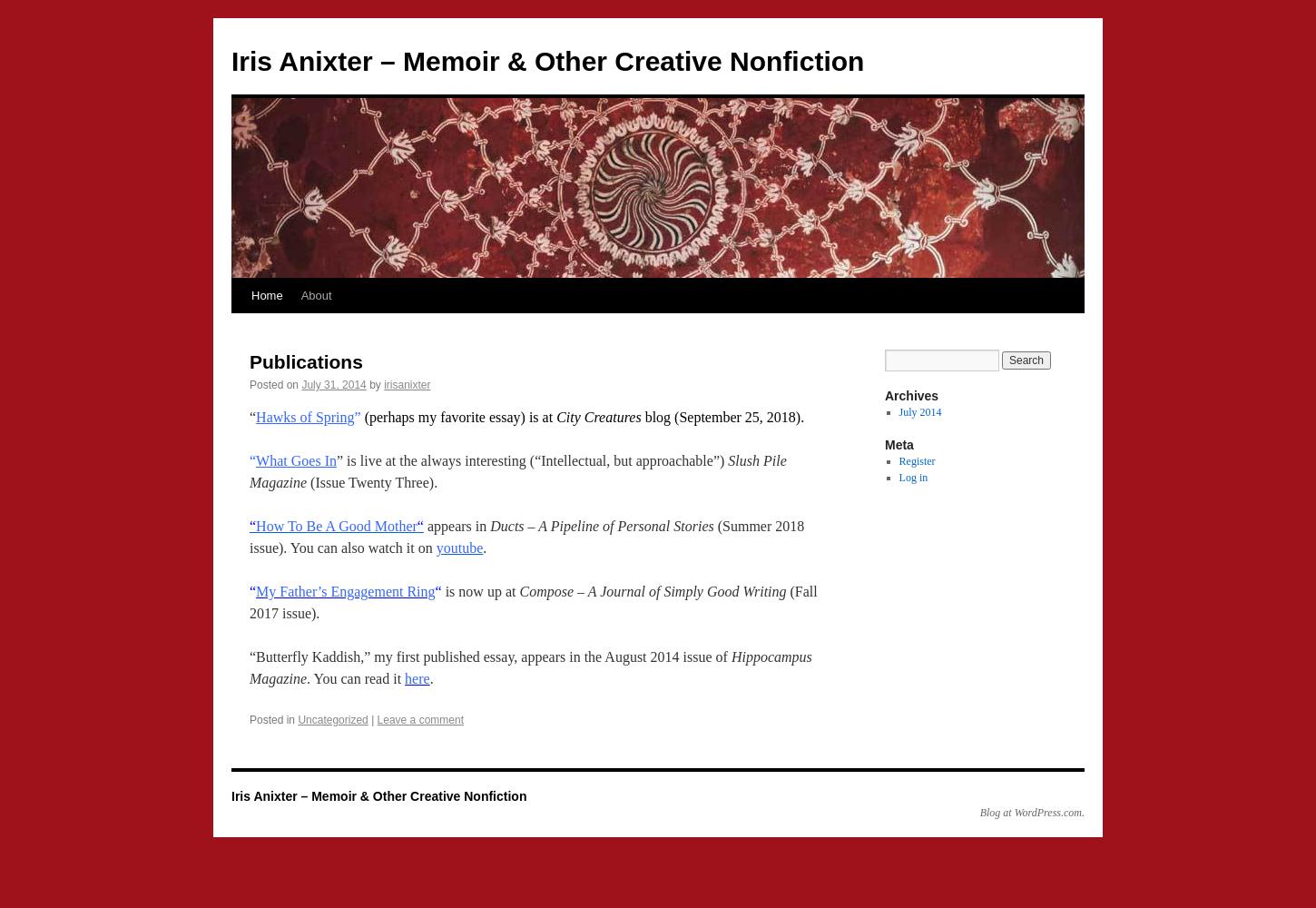 This screenshot has height=908, width=1316. Describe the element at coordinates (371, 720) in the screenshot. I see `'|'` at that location.